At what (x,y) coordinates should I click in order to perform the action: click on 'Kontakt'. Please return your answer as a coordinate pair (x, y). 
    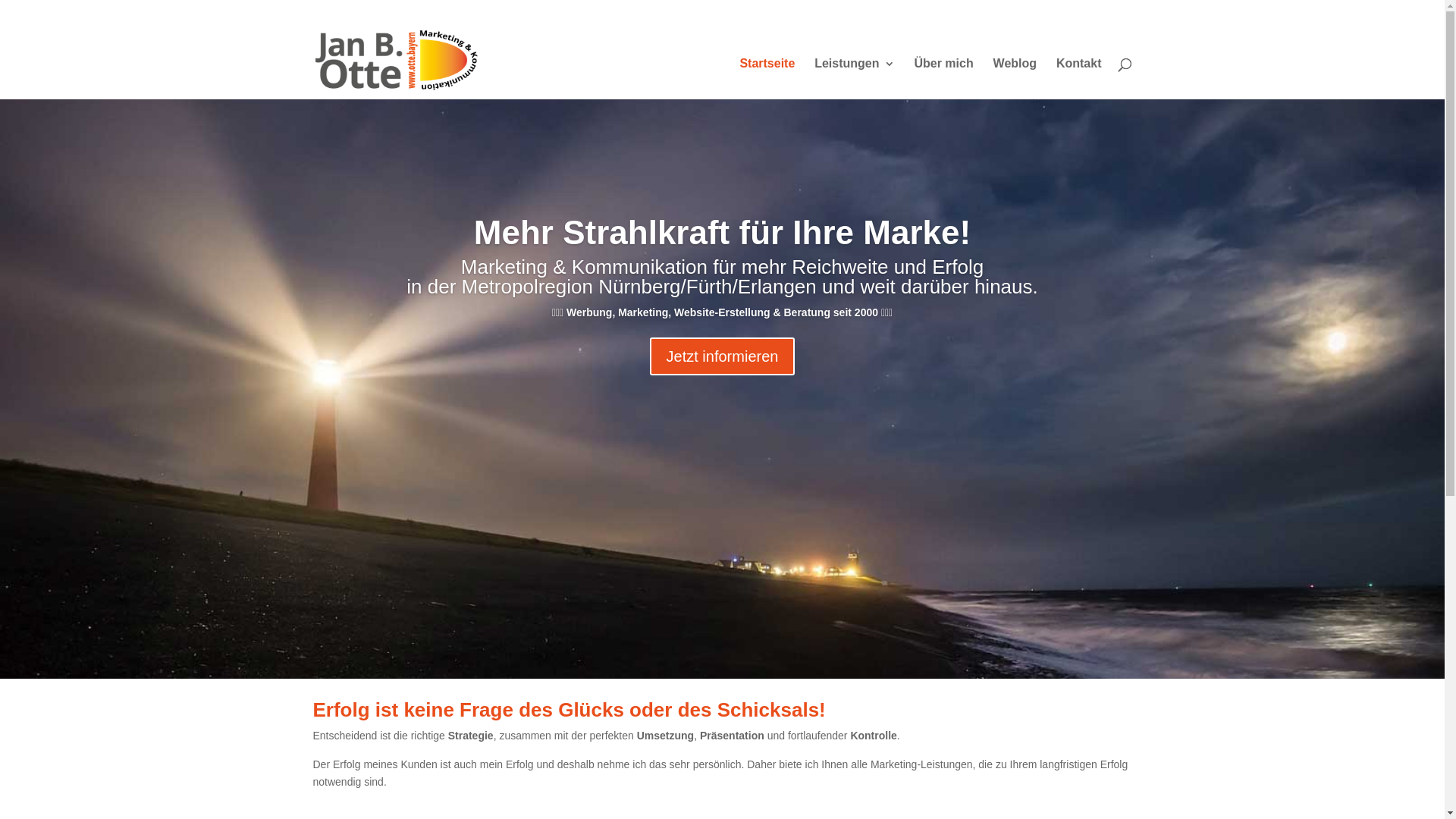
    Looking at the image, I should click on (1055, 79).